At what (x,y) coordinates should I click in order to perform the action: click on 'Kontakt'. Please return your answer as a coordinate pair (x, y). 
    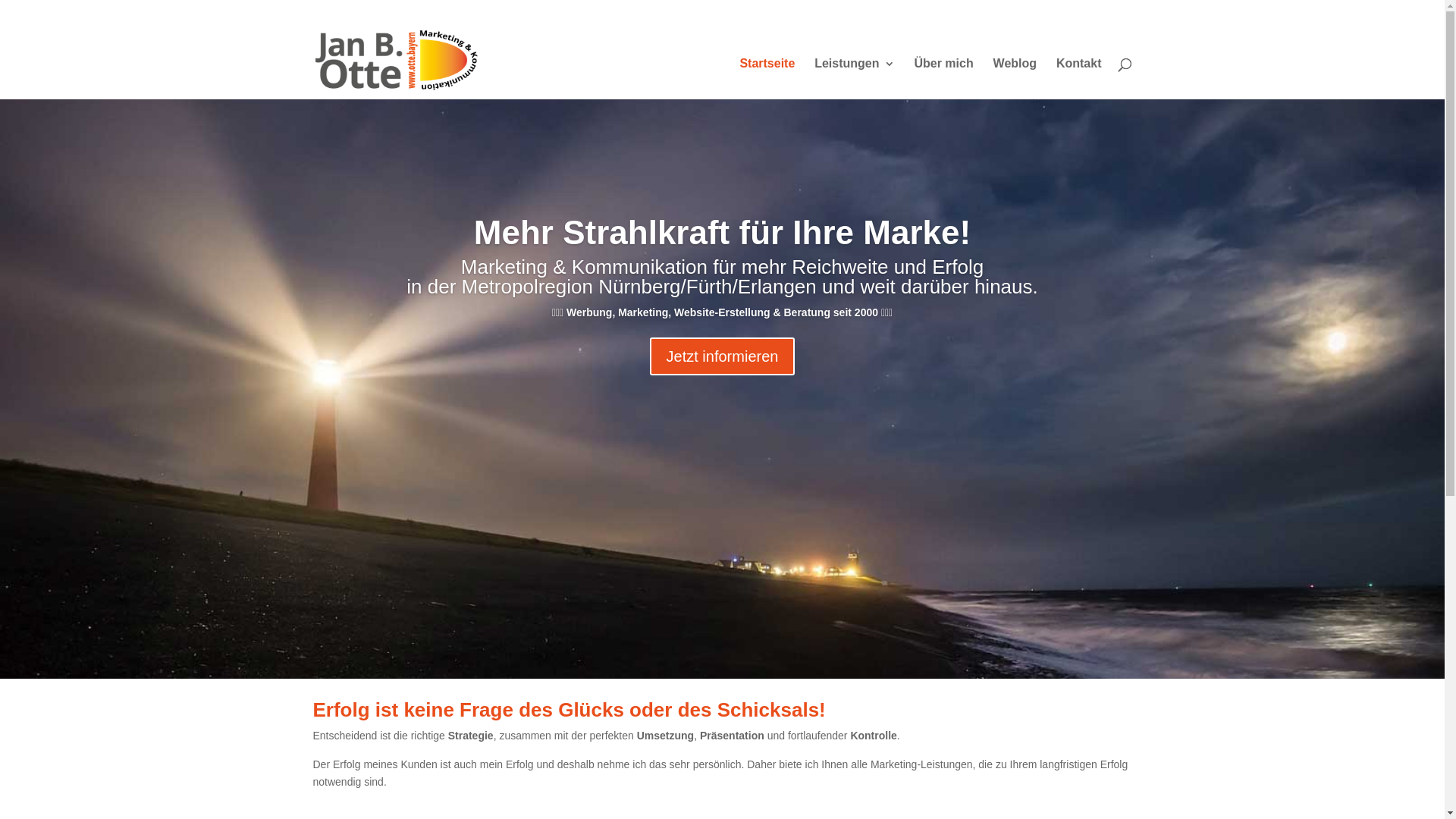
    Looking at the image, I should click on (1055, 79).